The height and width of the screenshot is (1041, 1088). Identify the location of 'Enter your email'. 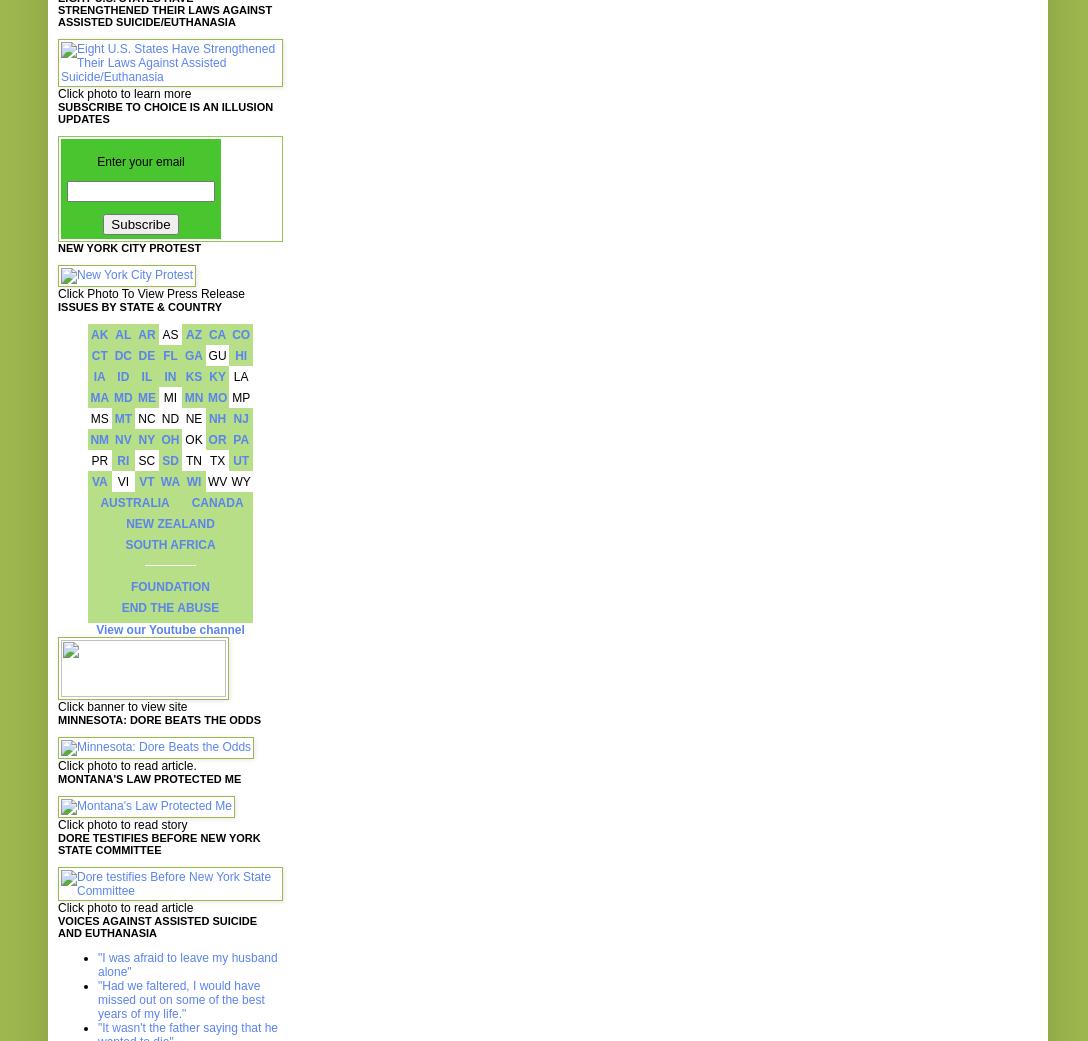
(139, 161).